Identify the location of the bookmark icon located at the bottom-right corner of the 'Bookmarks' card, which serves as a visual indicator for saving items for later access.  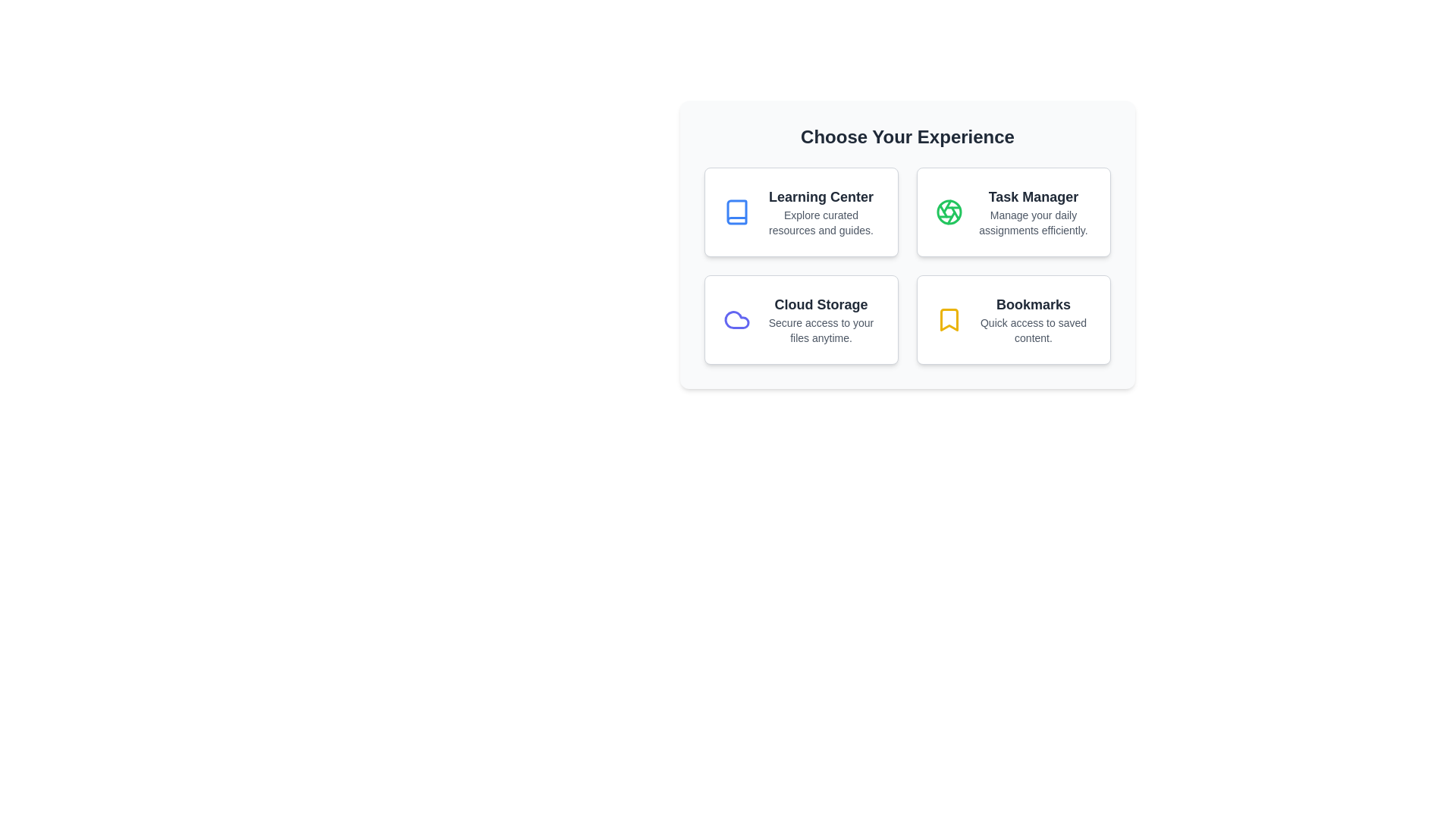
(949, 318).